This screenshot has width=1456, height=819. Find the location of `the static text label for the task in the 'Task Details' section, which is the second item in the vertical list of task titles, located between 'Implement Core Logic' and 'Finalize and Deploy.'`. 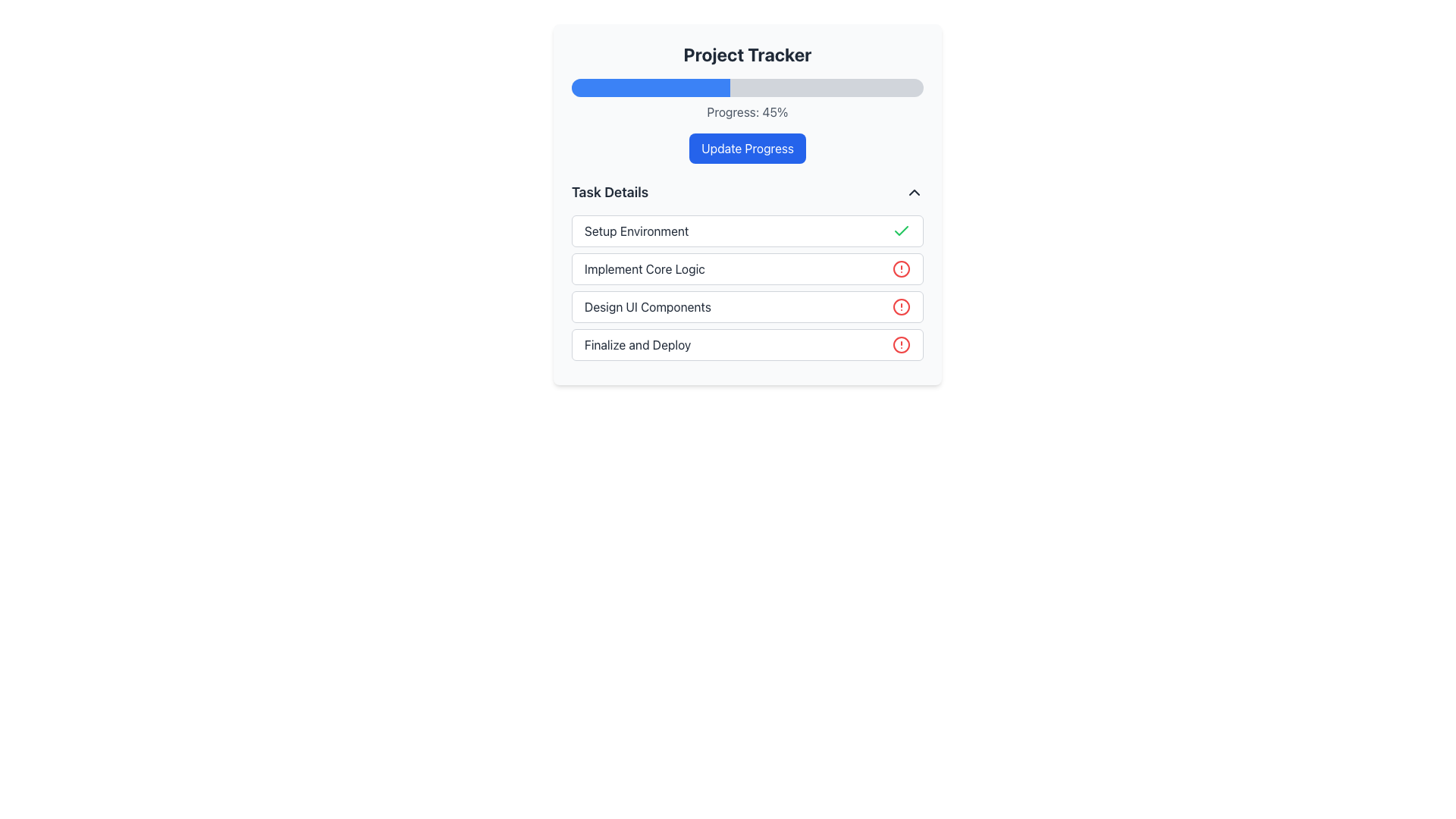

the static text label for the task in the 'Task Details' section, which is the second item in the vertical list of task titles, located between 'Implement Core Logic' and 'Finalize and Deploy.' is located at coordinates (648, 307).